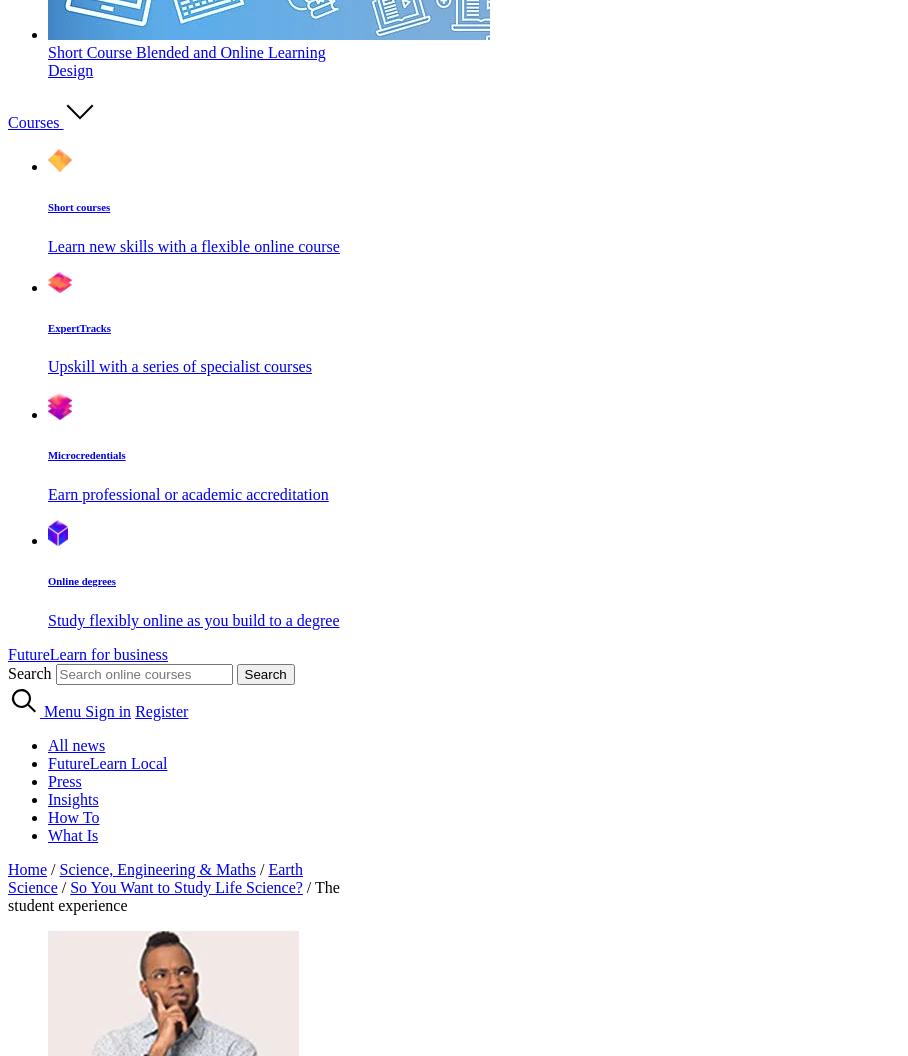 The height and width of the screenshot is (1056, 908). What do you see at coordinates (64, 780) in the screenshot?
I see `'Press'` at bounding box center [64, 780].